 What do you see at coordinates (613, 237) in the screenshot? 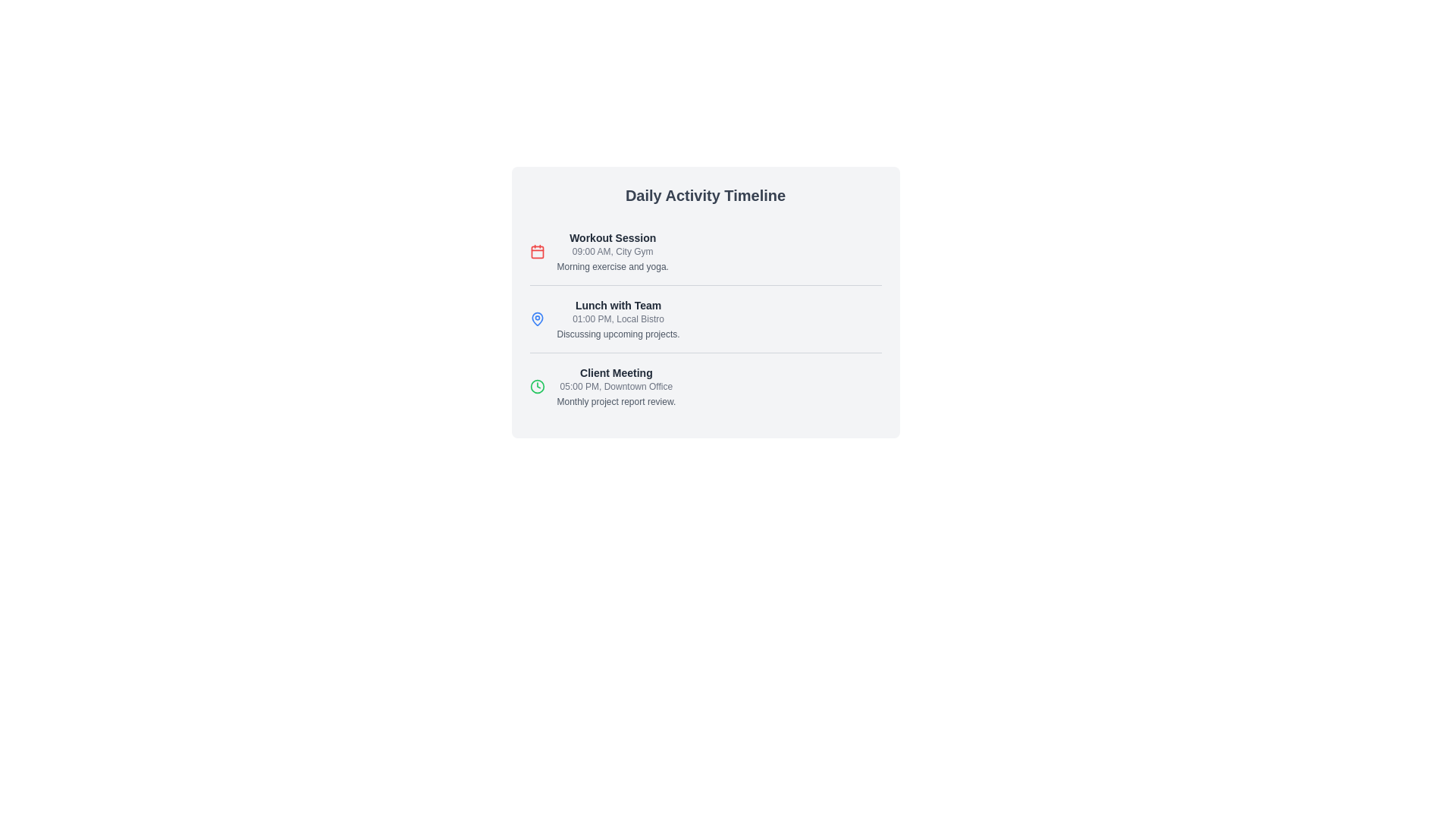
I see `the text label displaying 'Workout Session' in bold, dark-gray font, located at the top of the timeline section` at bounding box center [613, 237].